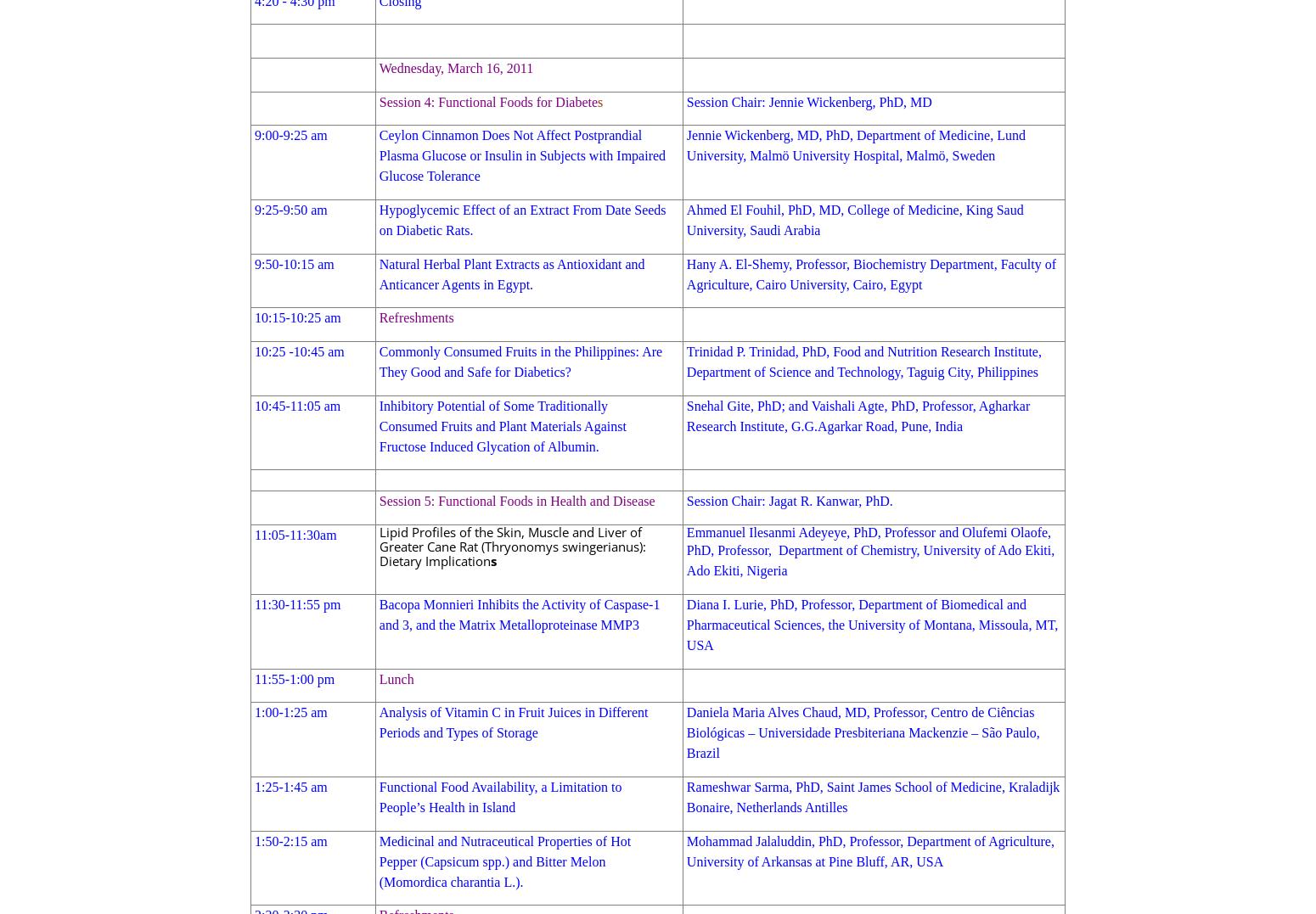 The image size is (1316, 914). Describe the element at coordinates (395, 678) in the screenshot. I see `'Lunch'` at that location.